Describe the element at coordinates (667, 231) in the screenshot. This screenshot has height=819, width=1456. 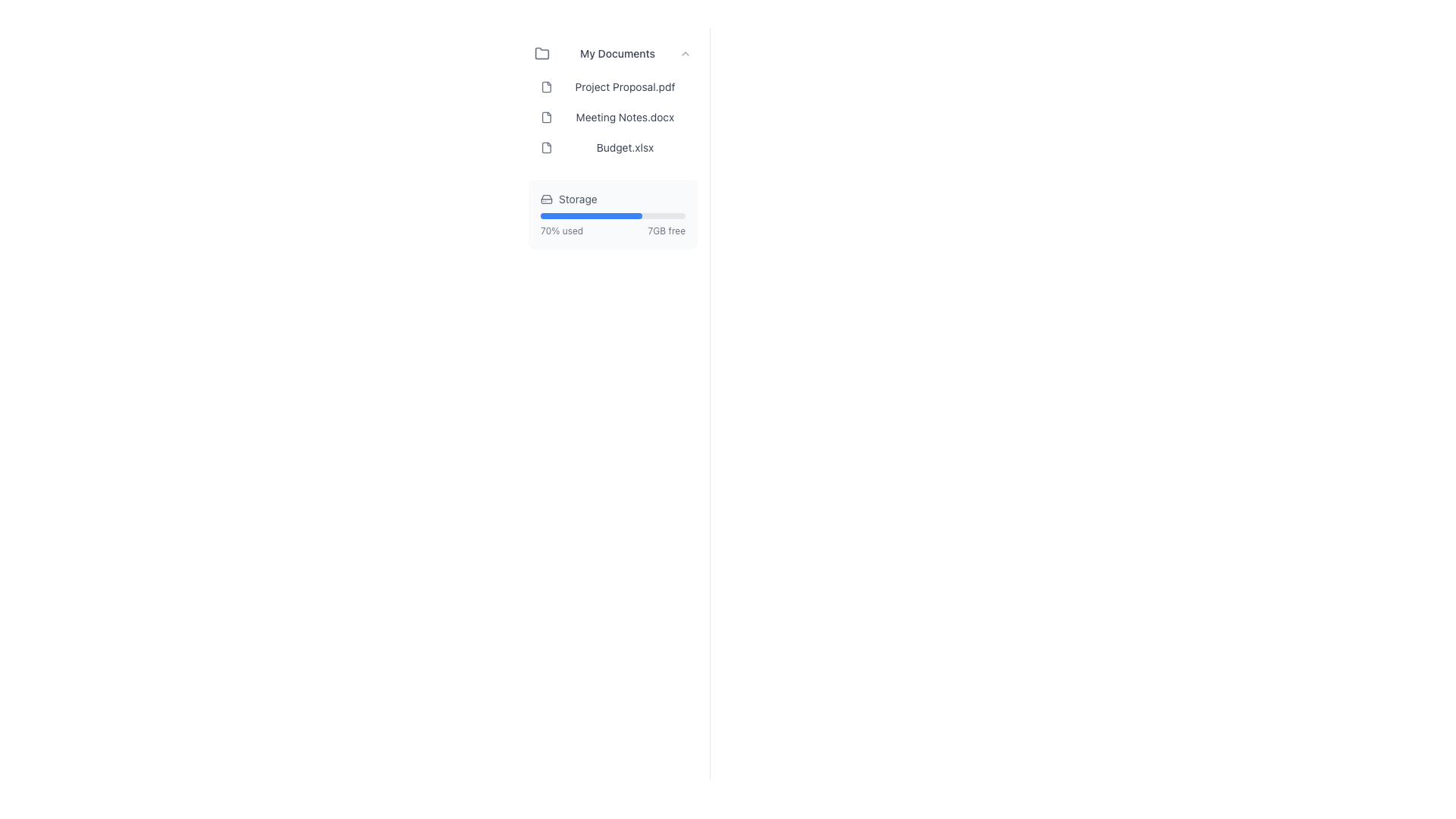
I see `the informational text label displaying '7GB free', located to the right of the '70% used' label in the bottom-right corner of the Storage section` at that location.